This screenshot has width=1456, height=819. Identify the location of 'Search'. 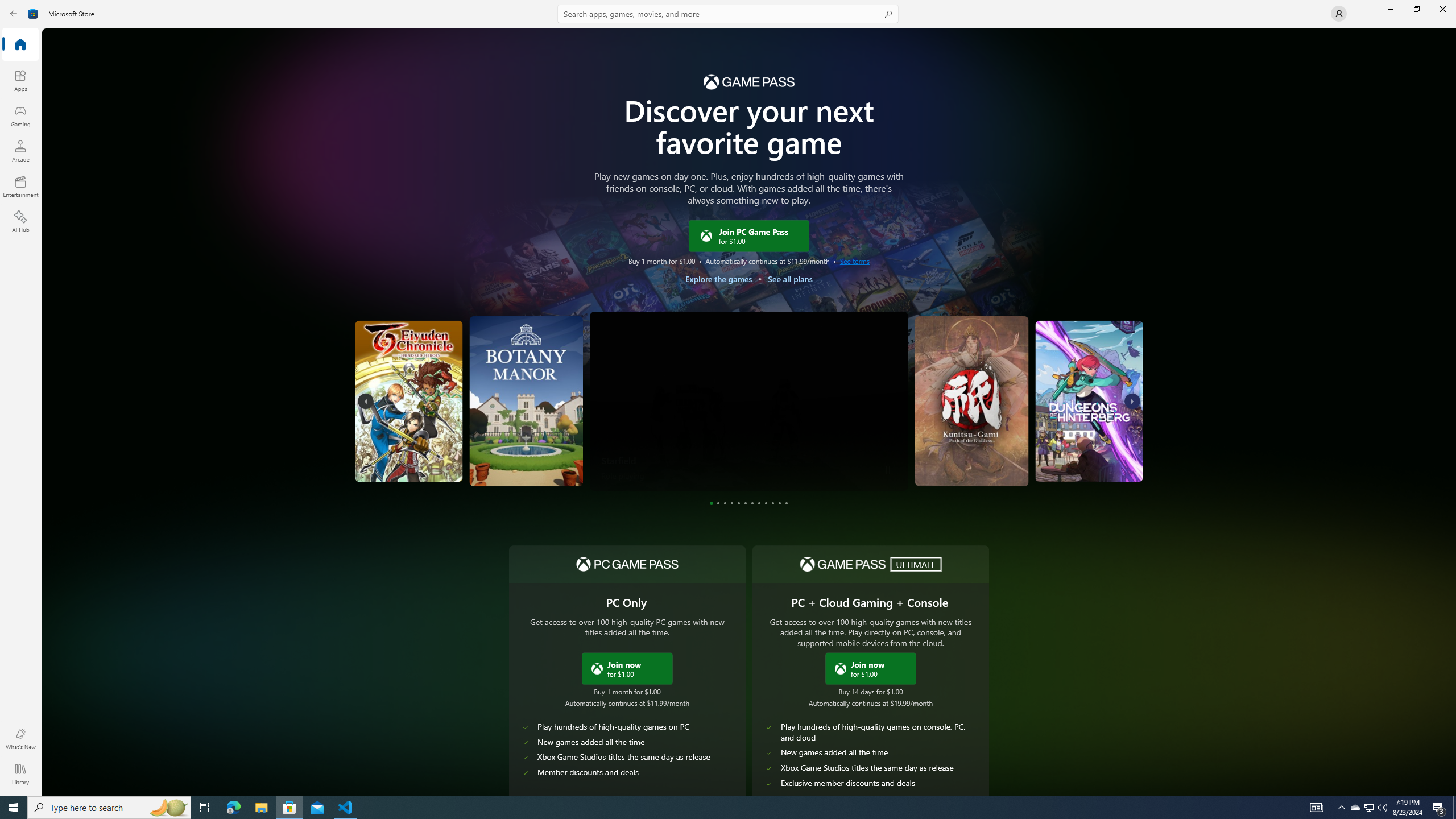
(728, 13).